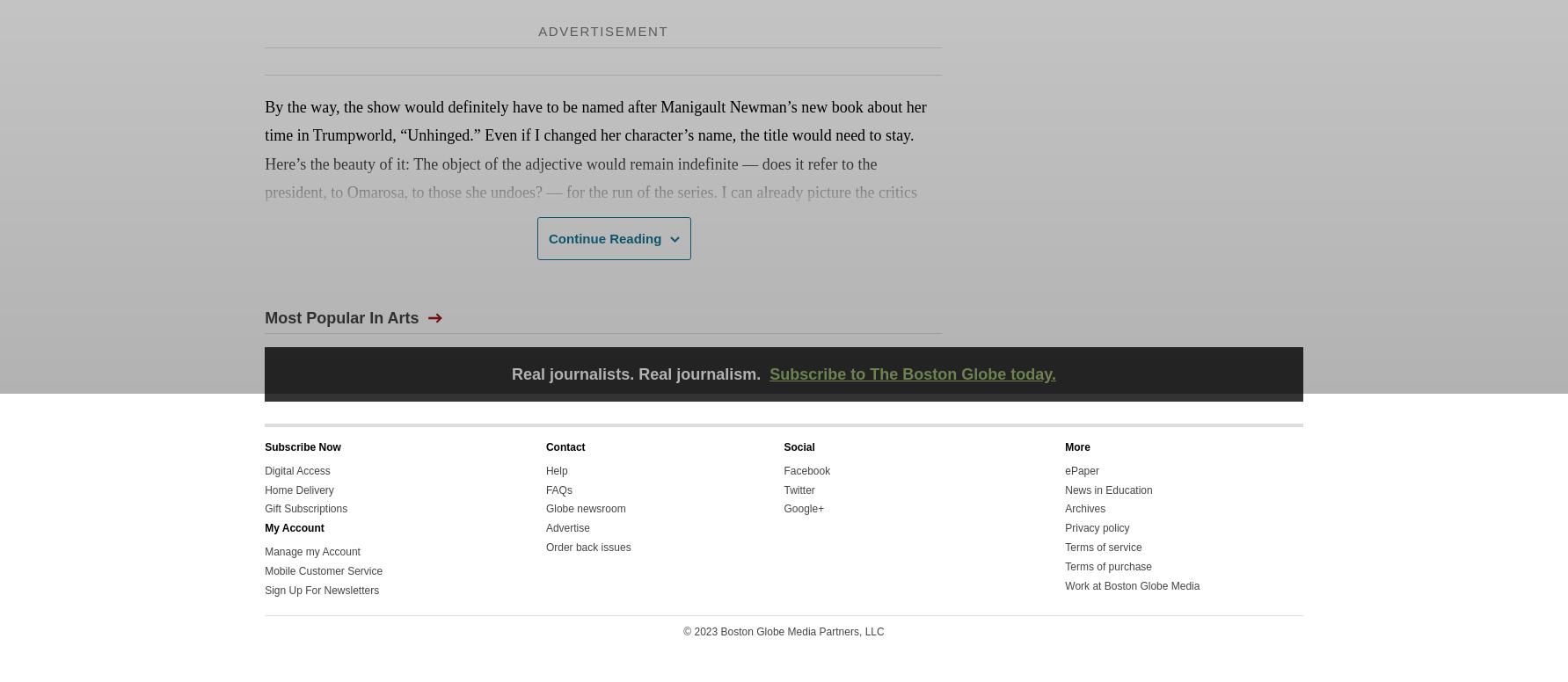 The width and height of the screenshot is (1568, 682). Describe the element at coordinates (305, 507) in the screenshot. I see `'Gift Subscriptions'` at that location.